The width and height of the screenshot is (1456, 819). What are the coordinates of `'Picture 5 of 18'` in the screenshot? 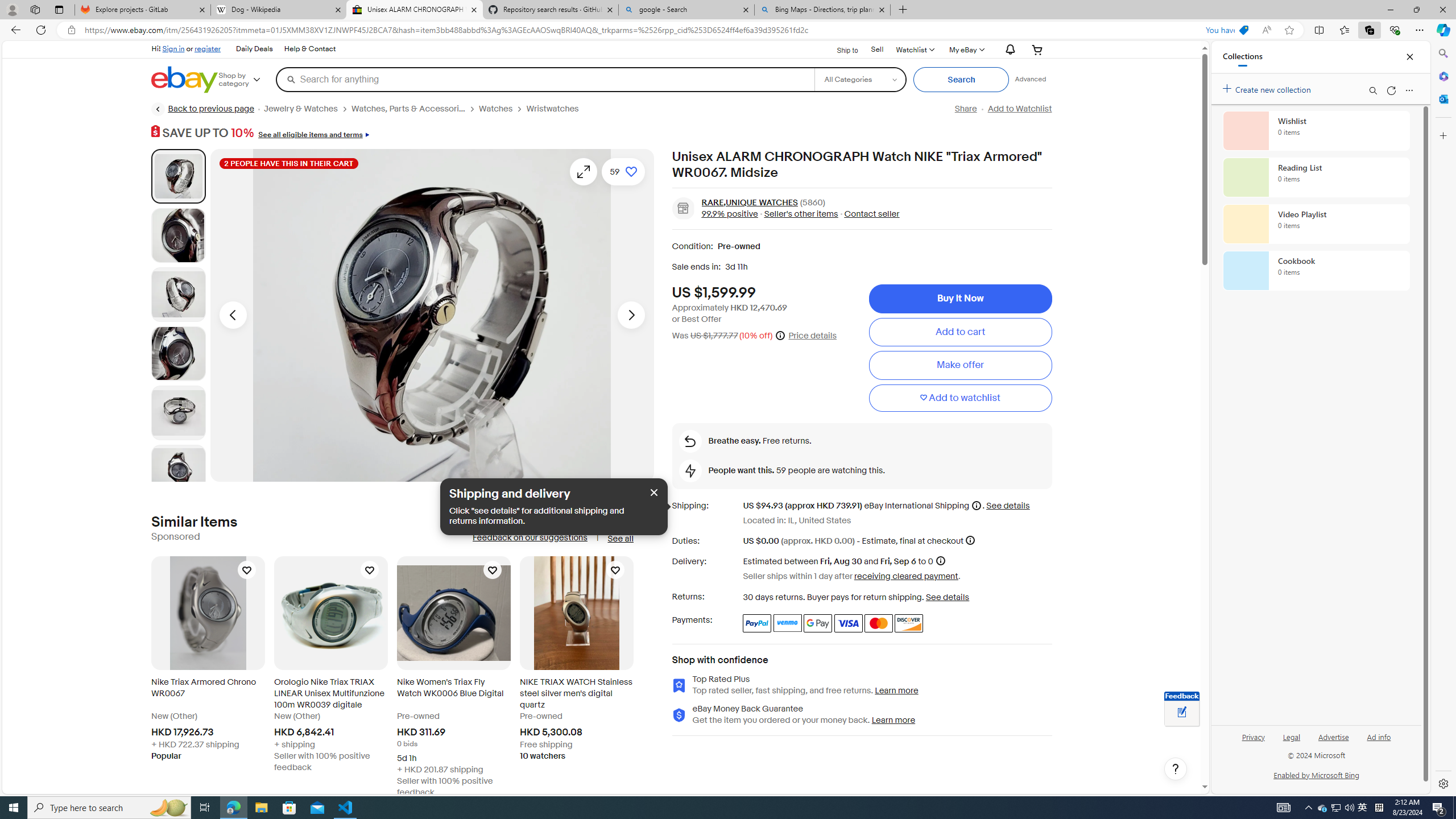 It's located at (178, 412).